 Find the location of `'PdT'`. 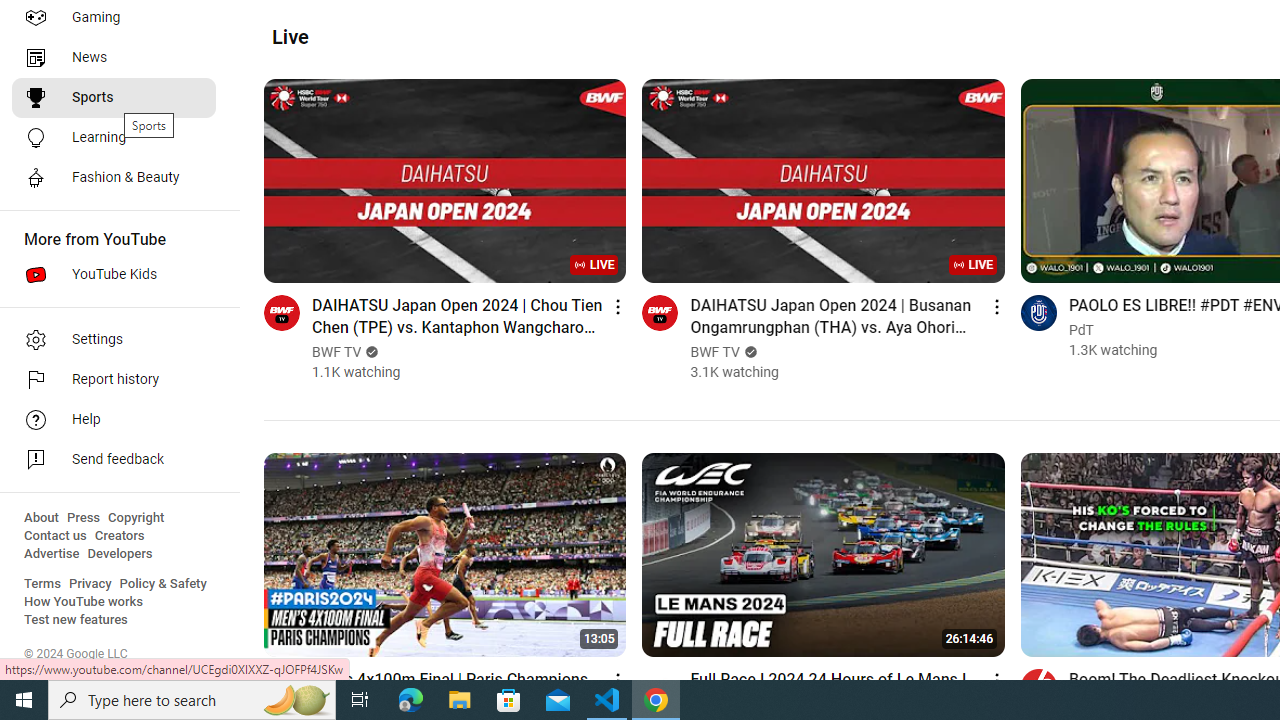

'PdT' is located at coordinates (1080, 329).